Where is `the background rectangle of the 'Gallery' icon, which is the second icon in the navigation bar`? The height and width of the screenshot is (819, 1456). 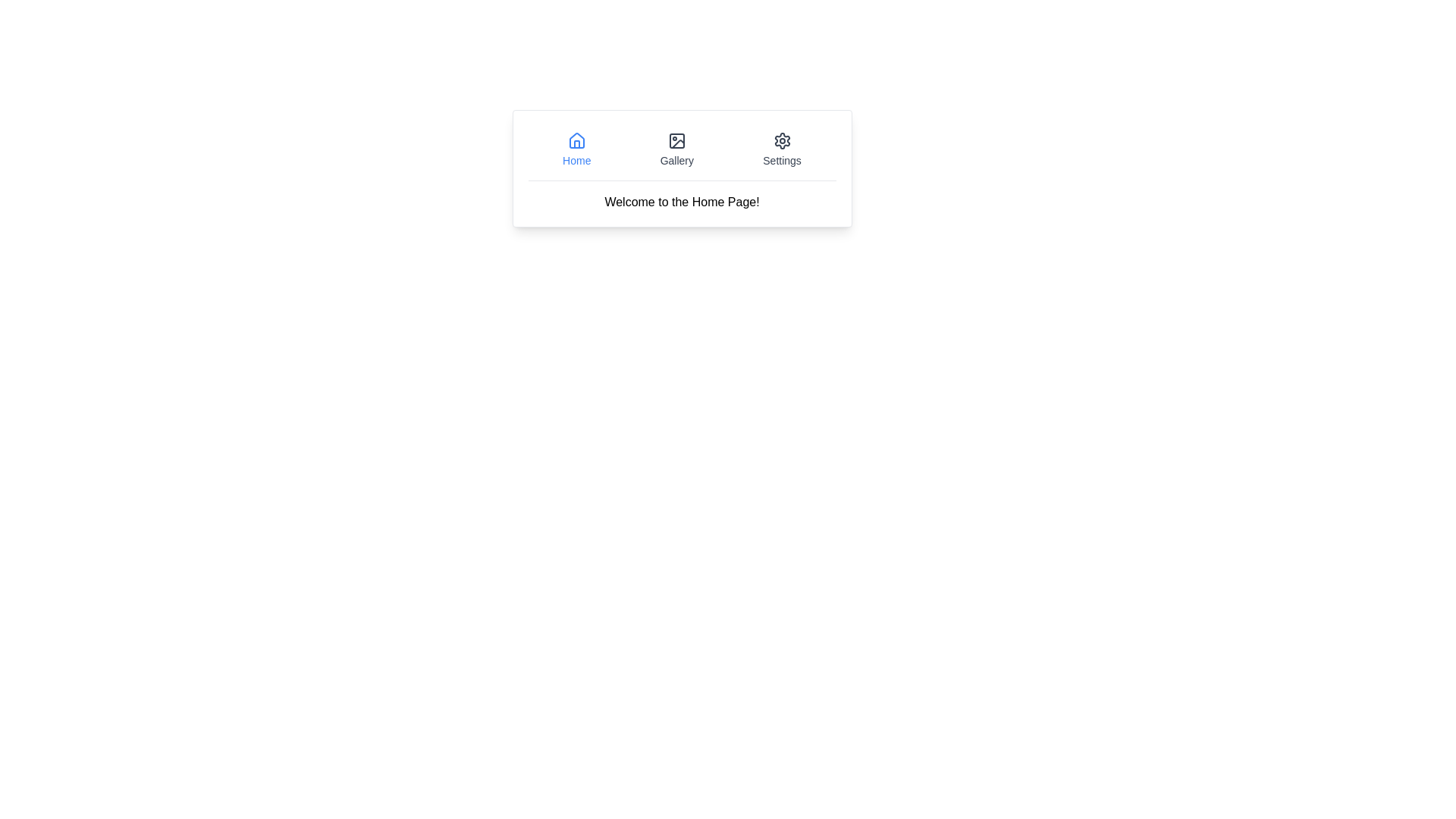 the background rectangle of the 'Gallery' icon, which is the second icon in the navigation bar is located at coordinates (676, 140).